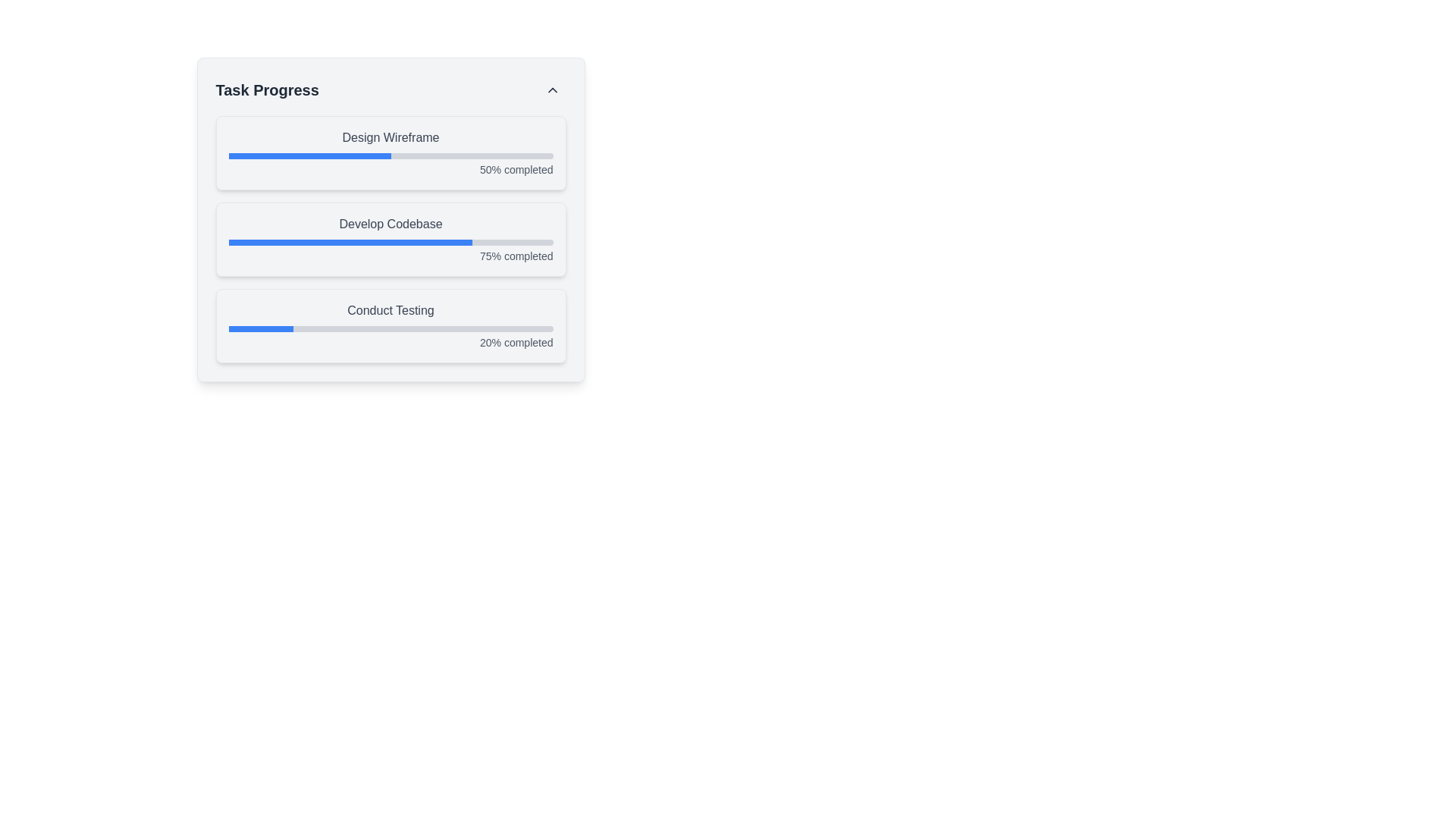  What do you see at coordinates (551, 90) in the screenshot?
I see `the Chevron icon (SVG) located in the top-right corner of the interface` at bounding box center [551, 90].